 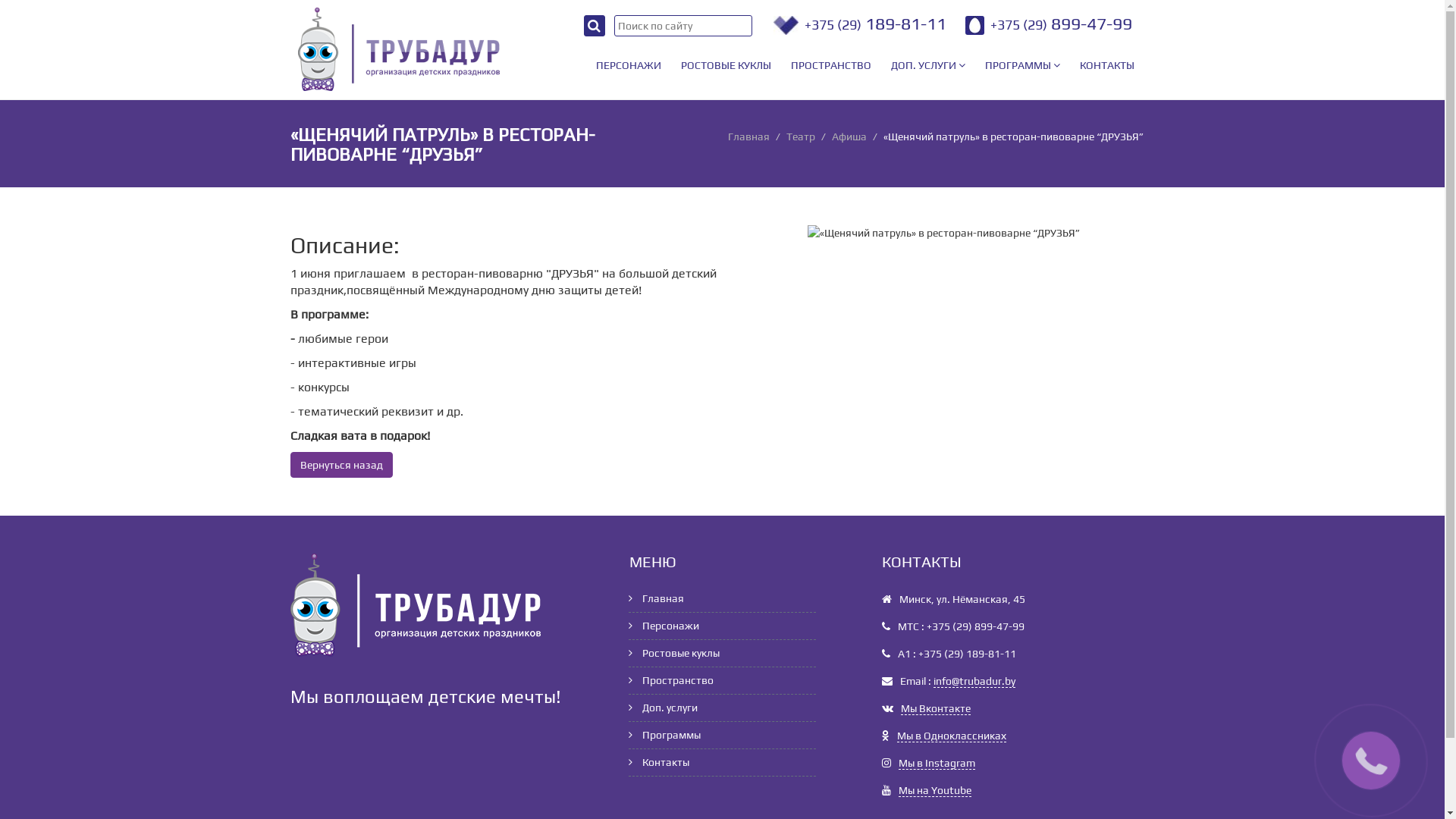 What do you see at coordinates (973, 680) in the screenshot?
I see `'info@trubadur.by'` at bounding box center [973, 680].